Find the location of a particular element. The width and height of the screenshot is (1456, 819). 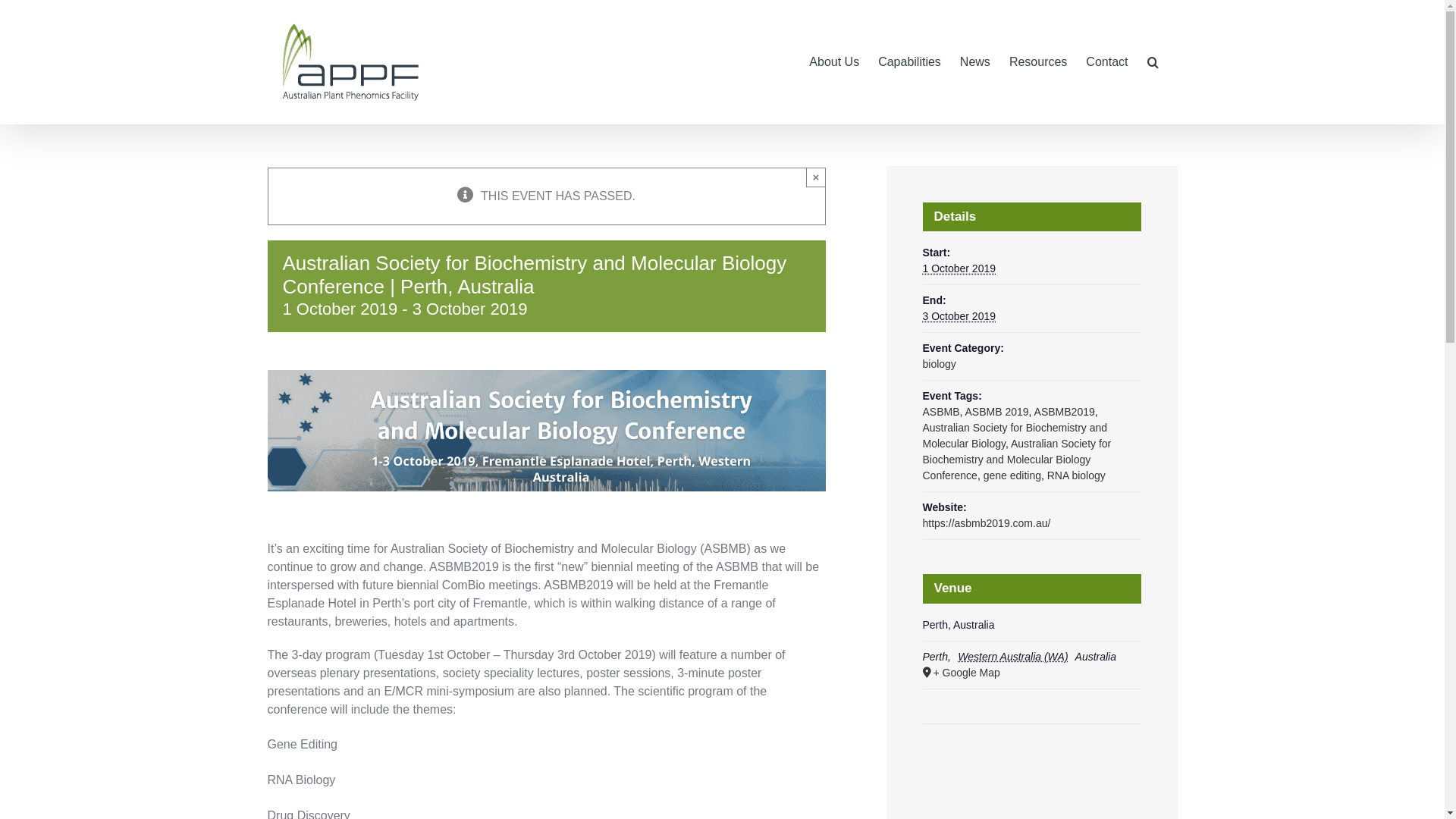

'biology' is located at coordinates (921, 363).